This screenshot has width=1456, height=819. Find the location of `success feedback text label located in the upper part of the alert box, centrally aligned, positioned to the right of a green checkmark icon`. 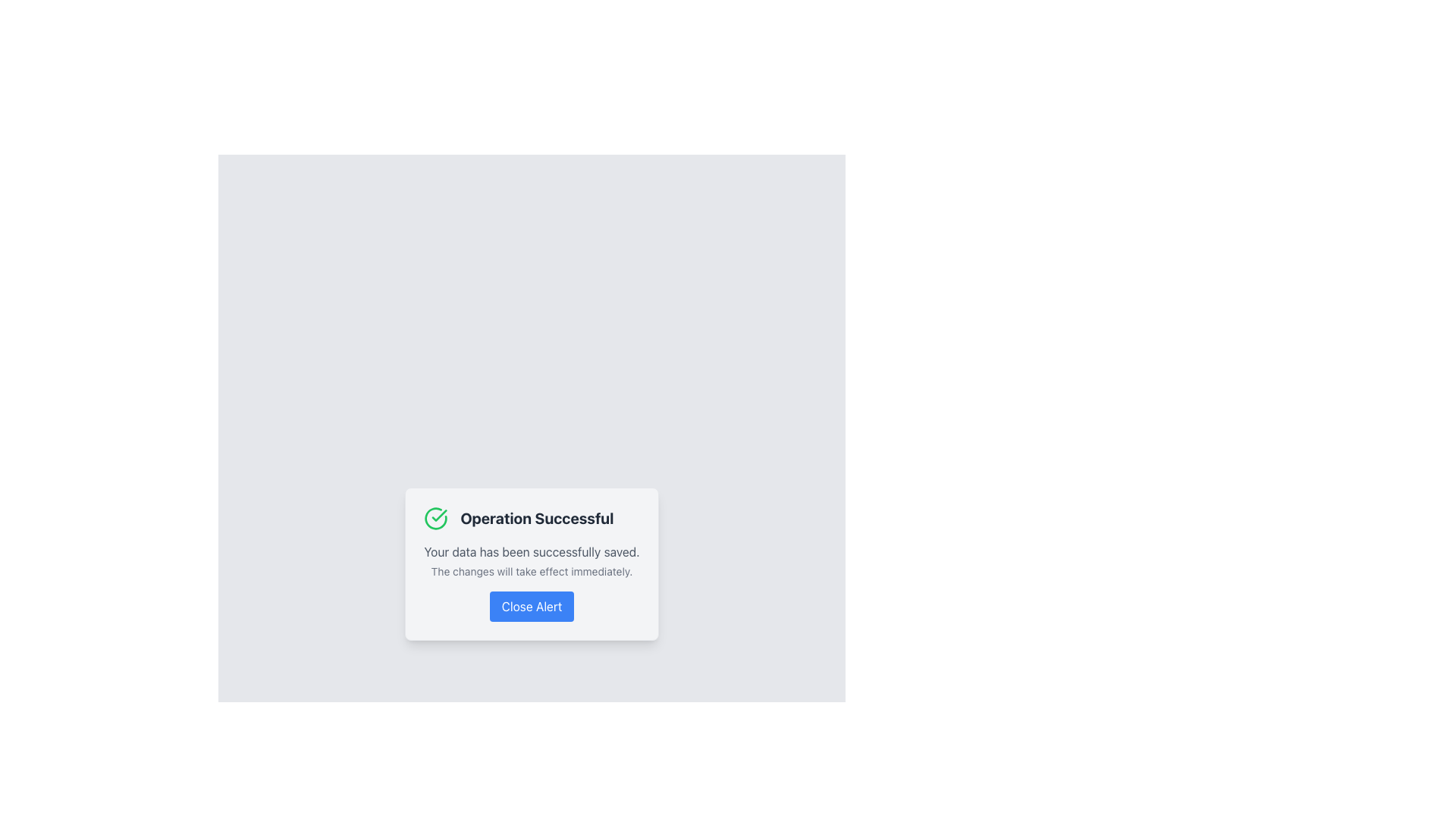

success feedback text label located in the upper part of the alert box, centrally aligned, positioned to the right of a green checkmark icon is located at coordinates (537, 517).